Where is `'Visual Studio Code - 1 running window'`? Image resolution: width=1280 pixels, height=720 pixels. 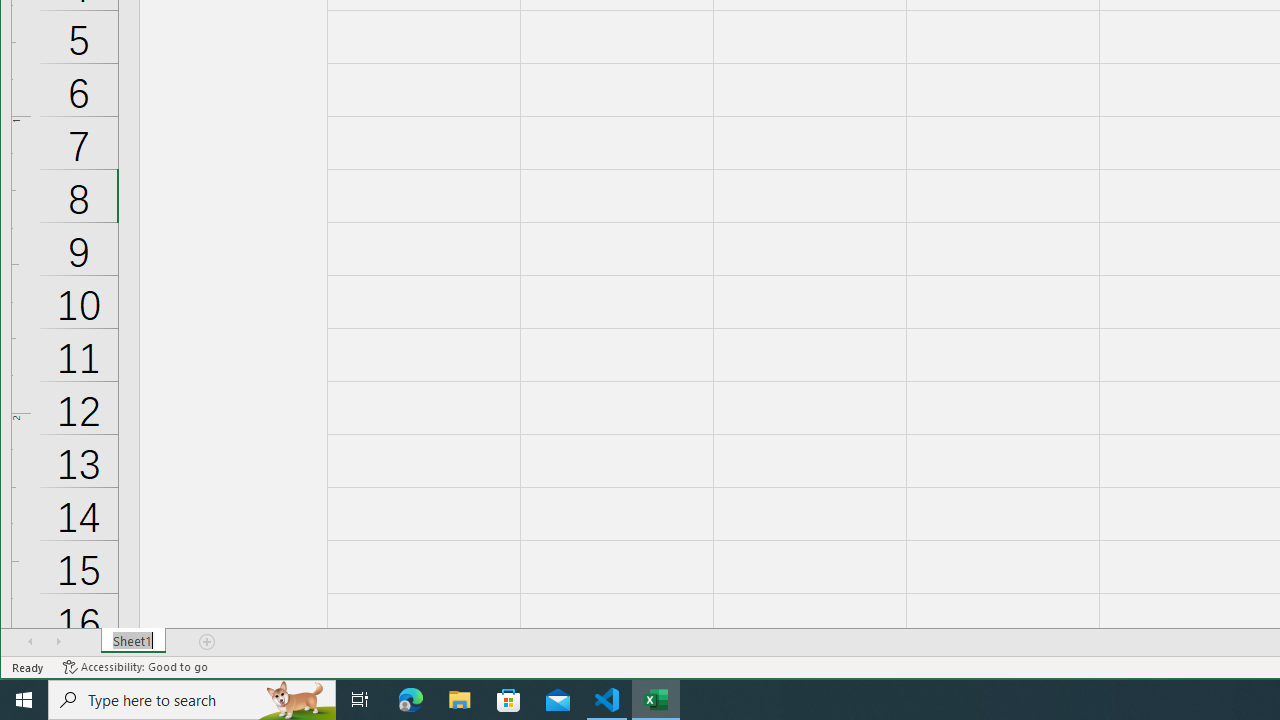
'Visual Studio Code - 1 running window' is located at coordinates (606, 698).